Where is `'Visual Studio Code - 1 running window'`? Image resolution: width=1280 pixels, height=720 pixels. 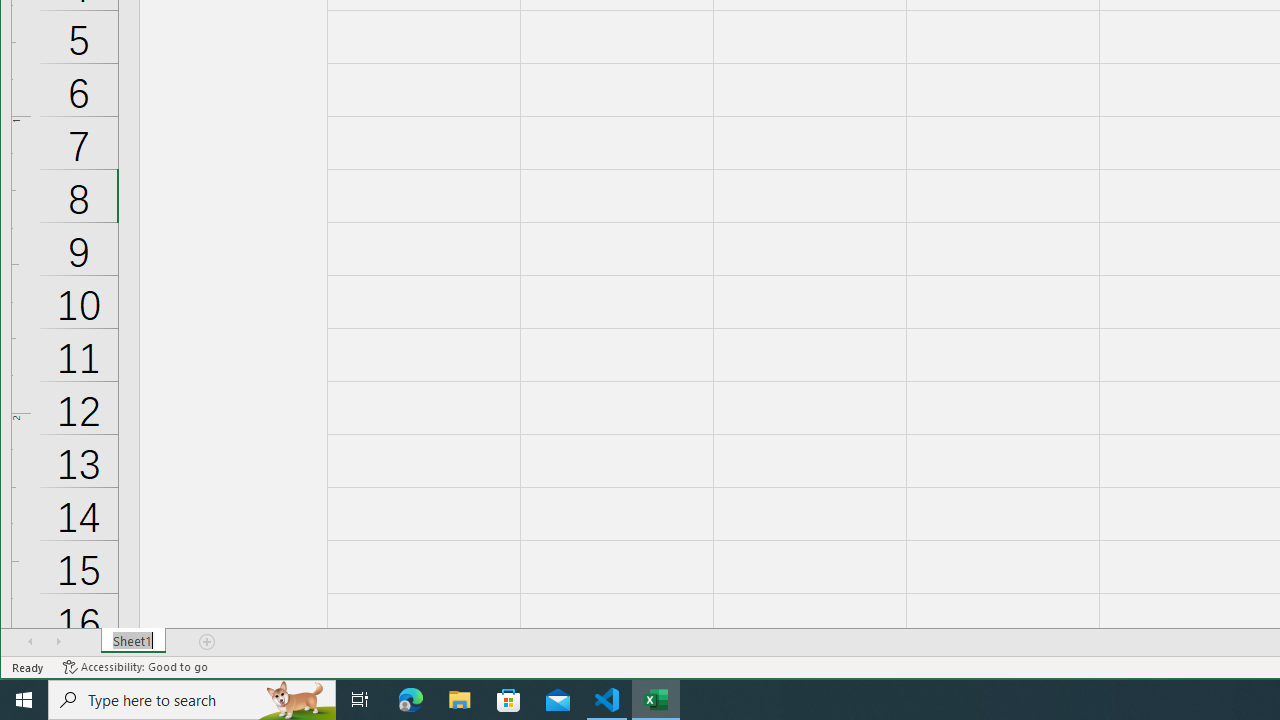
'Visual Studio Code - 1 running window' is located at coordinates (606, 698).